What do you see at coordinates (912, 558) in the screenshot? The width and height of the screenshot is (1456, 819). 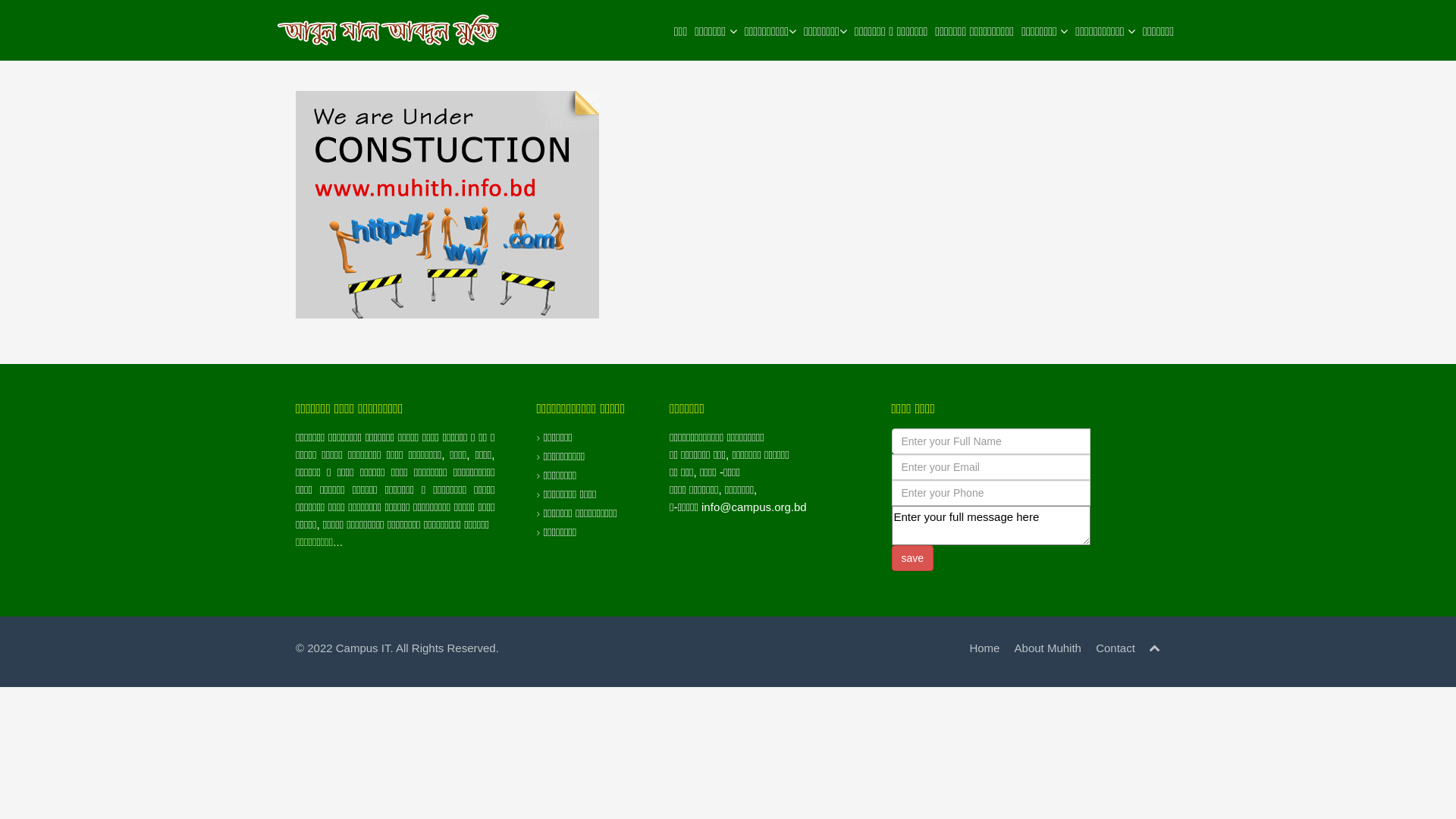 I see `'save'` at bounding box center [912, 558].